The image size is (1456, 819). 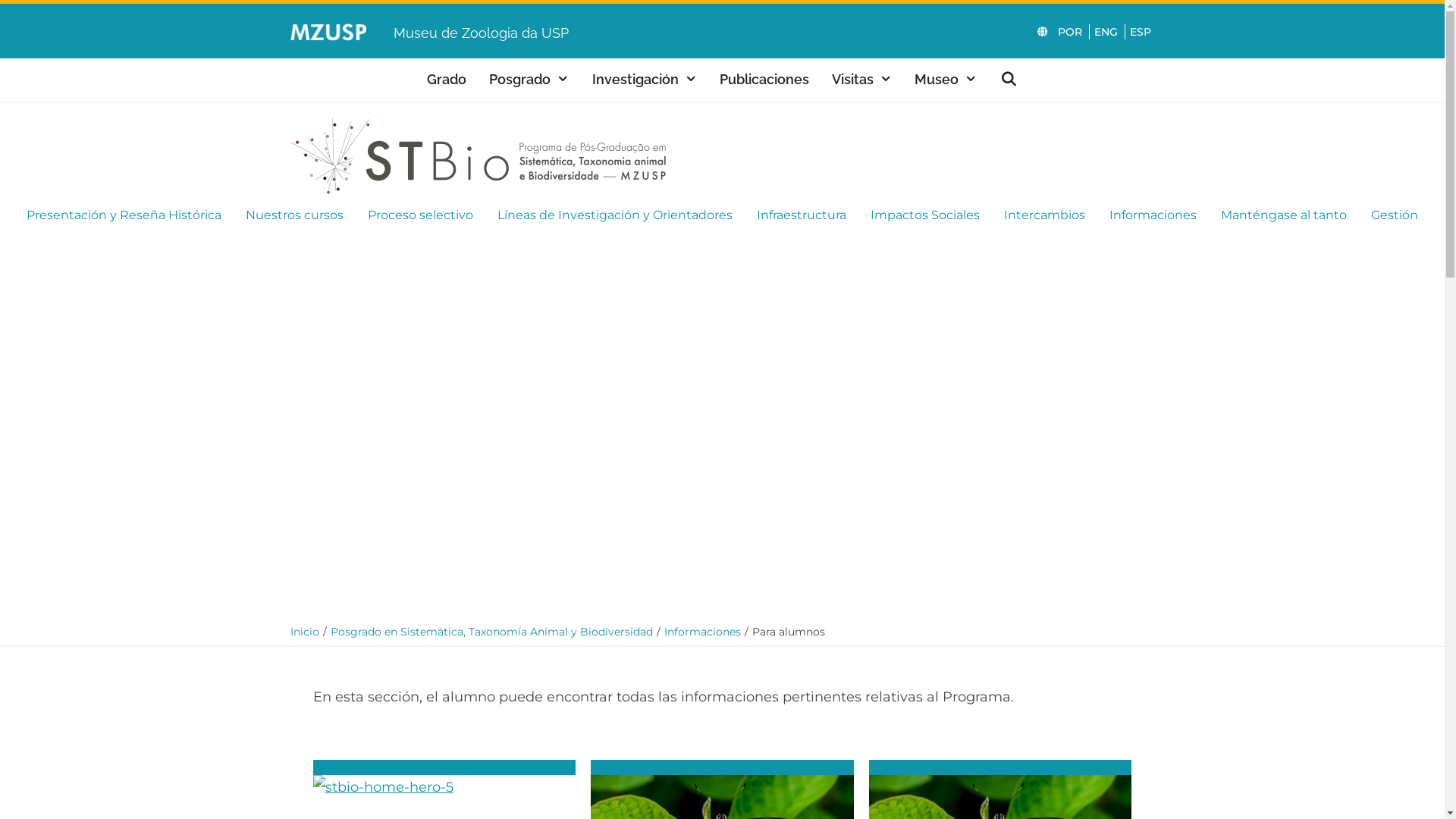 I want to click on 'Grado', so click(x=446, y=80).